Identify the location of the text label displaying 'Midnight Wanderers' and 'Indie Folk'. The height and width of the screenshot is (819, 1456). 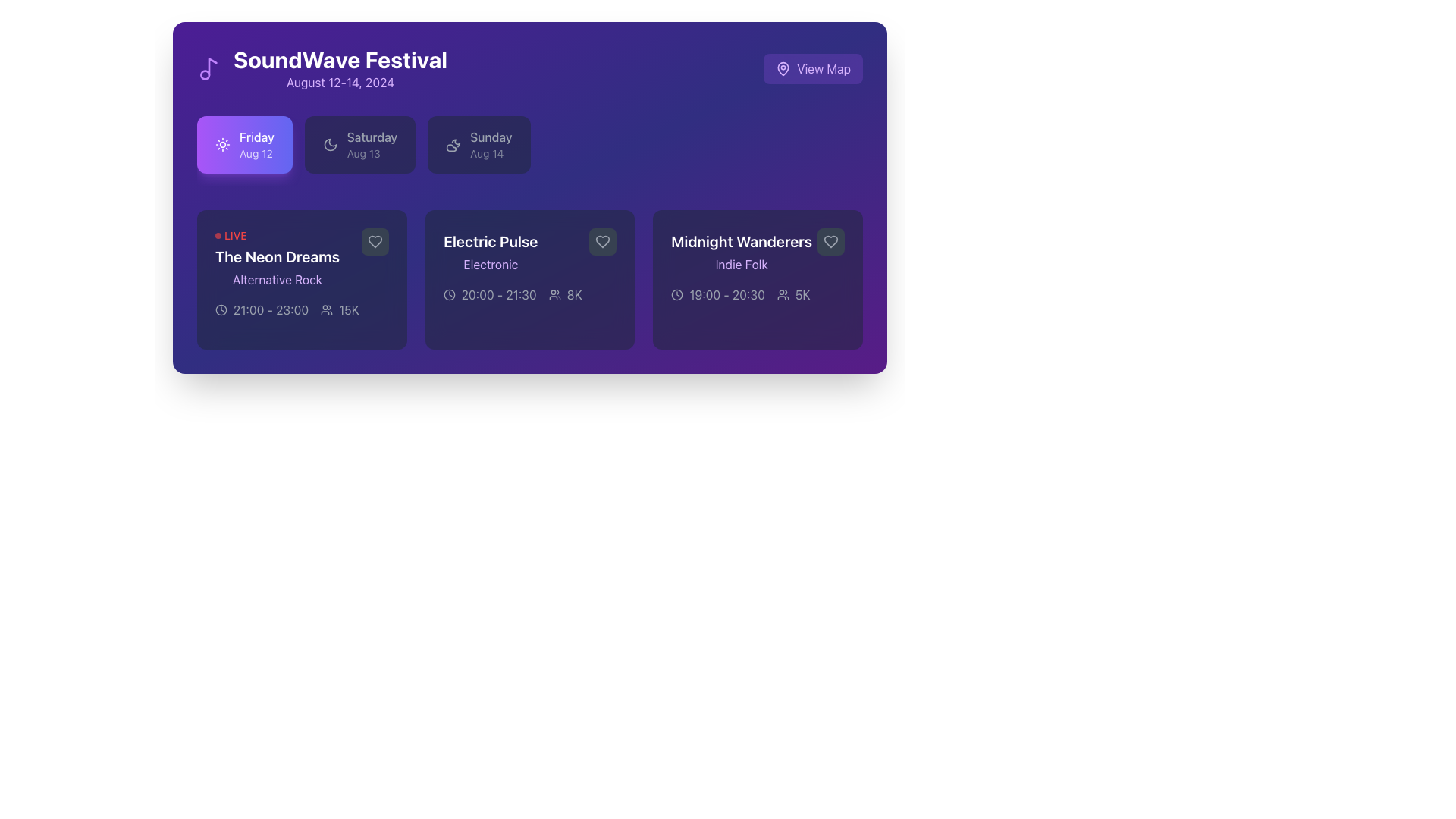
(742, 250).